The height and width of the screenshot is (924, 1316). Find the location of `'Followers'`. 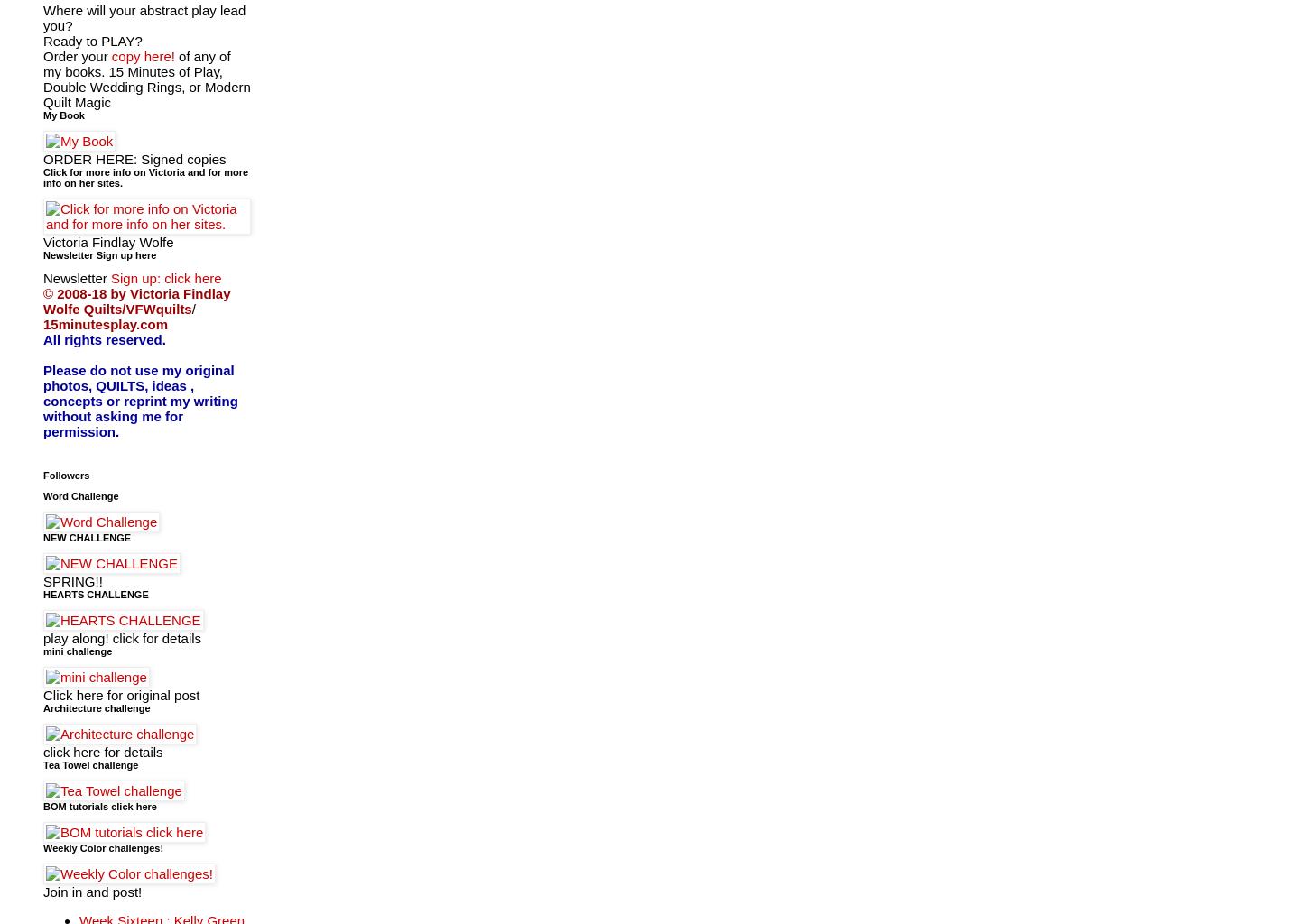

'Followers' is located at coordinates (65, 475).